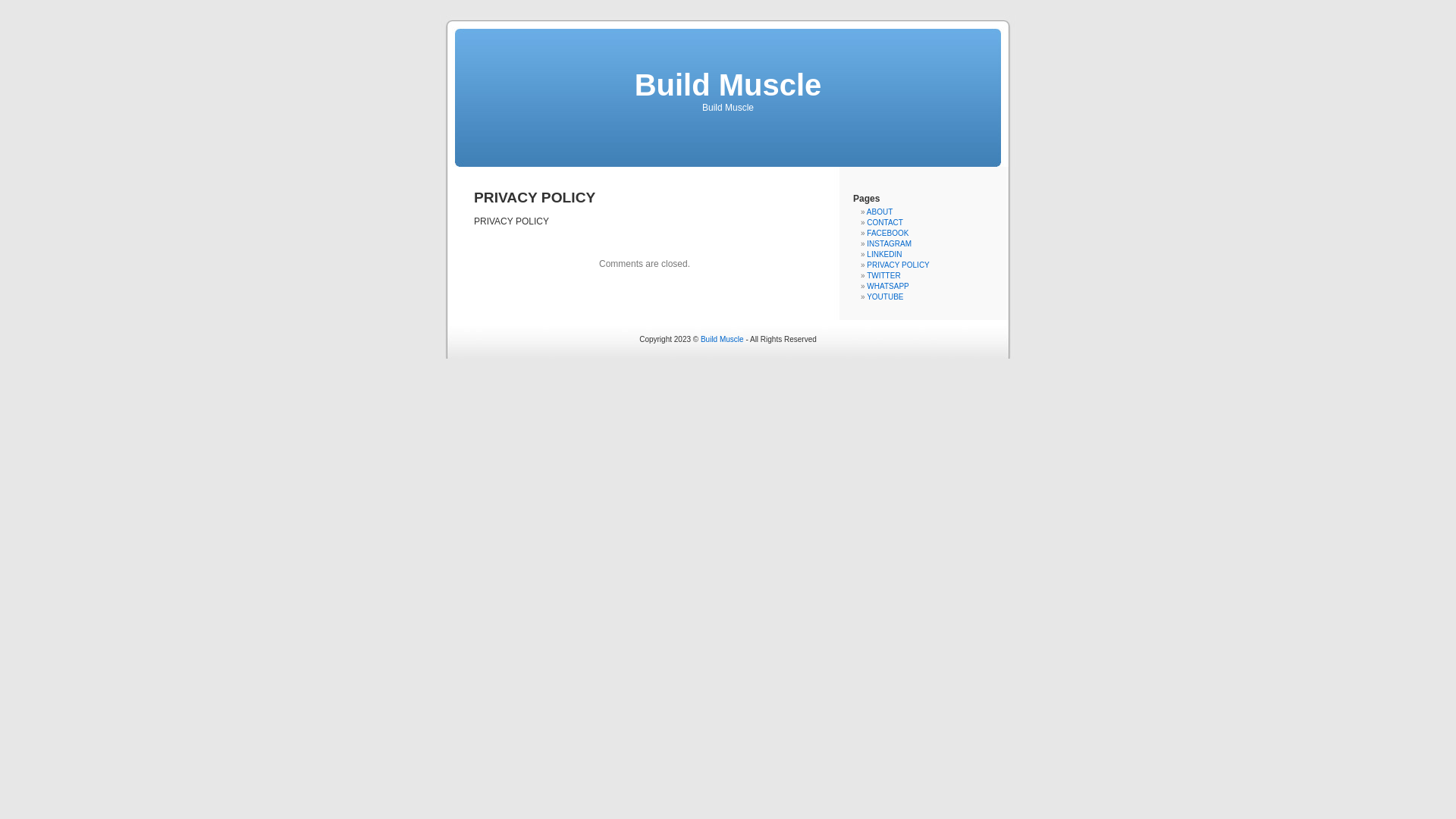 This screenshot has width=1456, height=819. Describe the element at coordinates (887, 286) in the screenshot. I see `'WHATSAPP'` at that location.